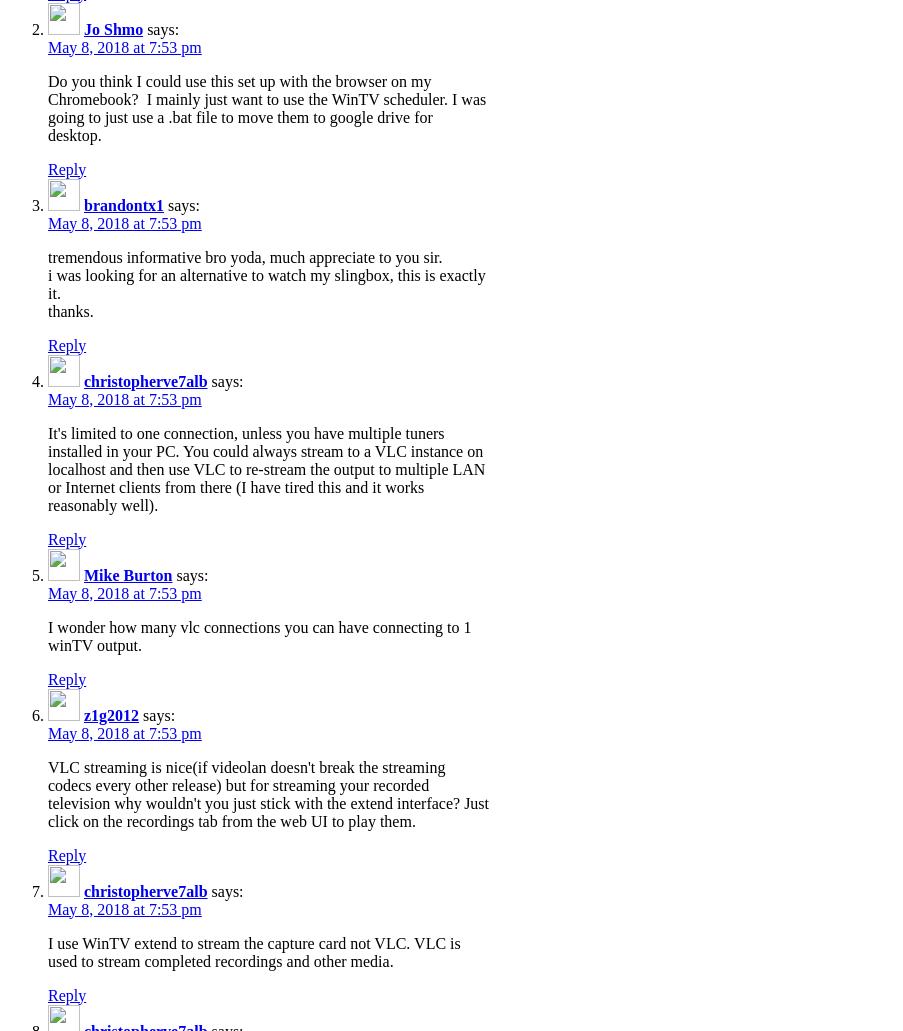 Image resolution: width=903 pixels, height=1031 pixels. I want to click on 'Do you think I could use this set up with the browser on my Chromebook?  I mainly just want to use the WinTV scheduler. I was going to just use a .bat file to move them to google drive for desktop.', so click(47, 106).